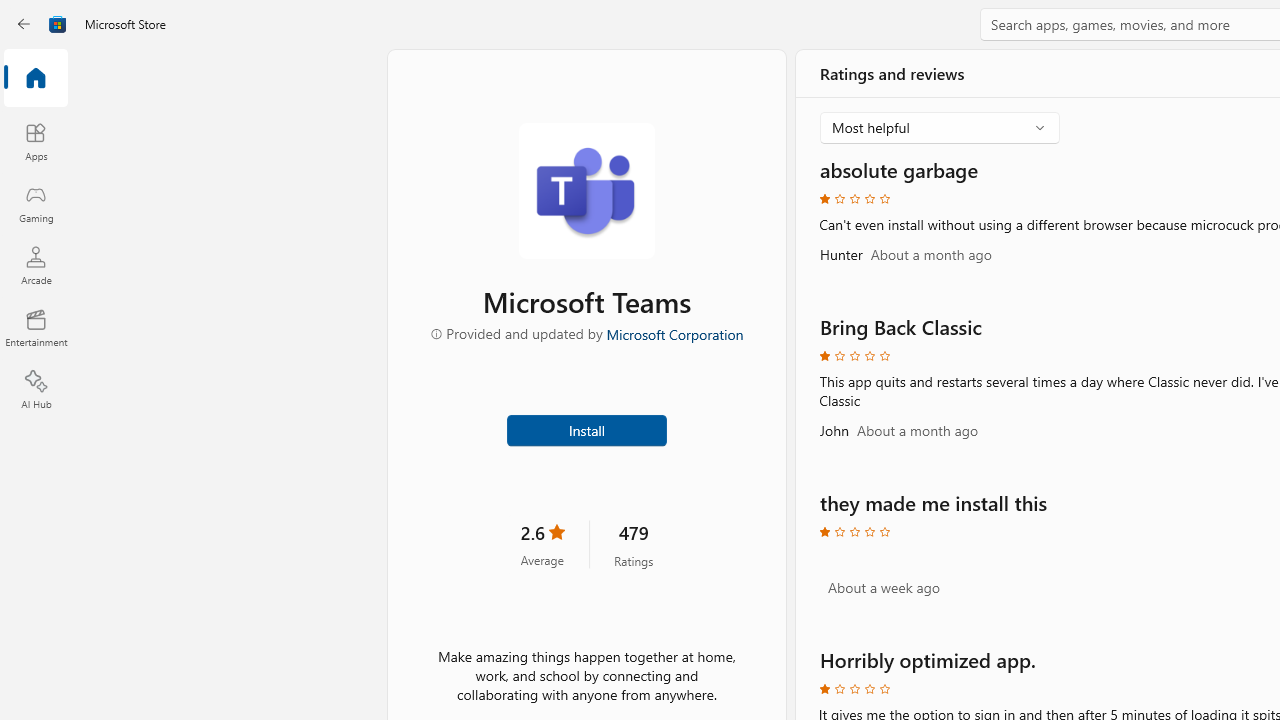 The image size is (1280, 720). What do you see at coordinates (673, 332) in the screenshot?
I see `'Microsoft Corporation'` at bounding box center [673, 332].